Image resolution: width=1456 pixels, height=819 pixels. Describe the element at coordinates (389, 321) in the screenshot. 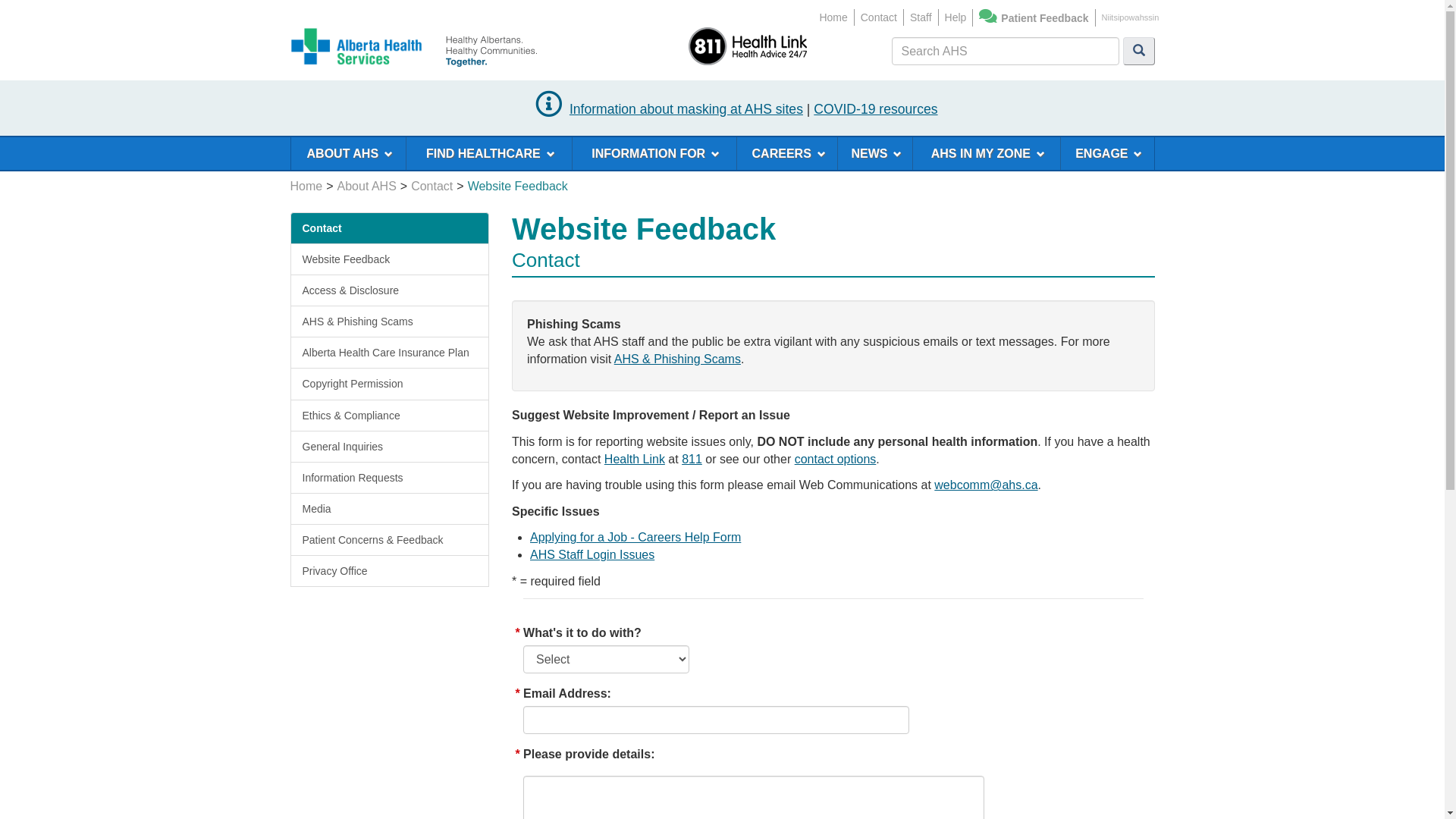

I see `'AHS & Phishing Scams'` at that location.